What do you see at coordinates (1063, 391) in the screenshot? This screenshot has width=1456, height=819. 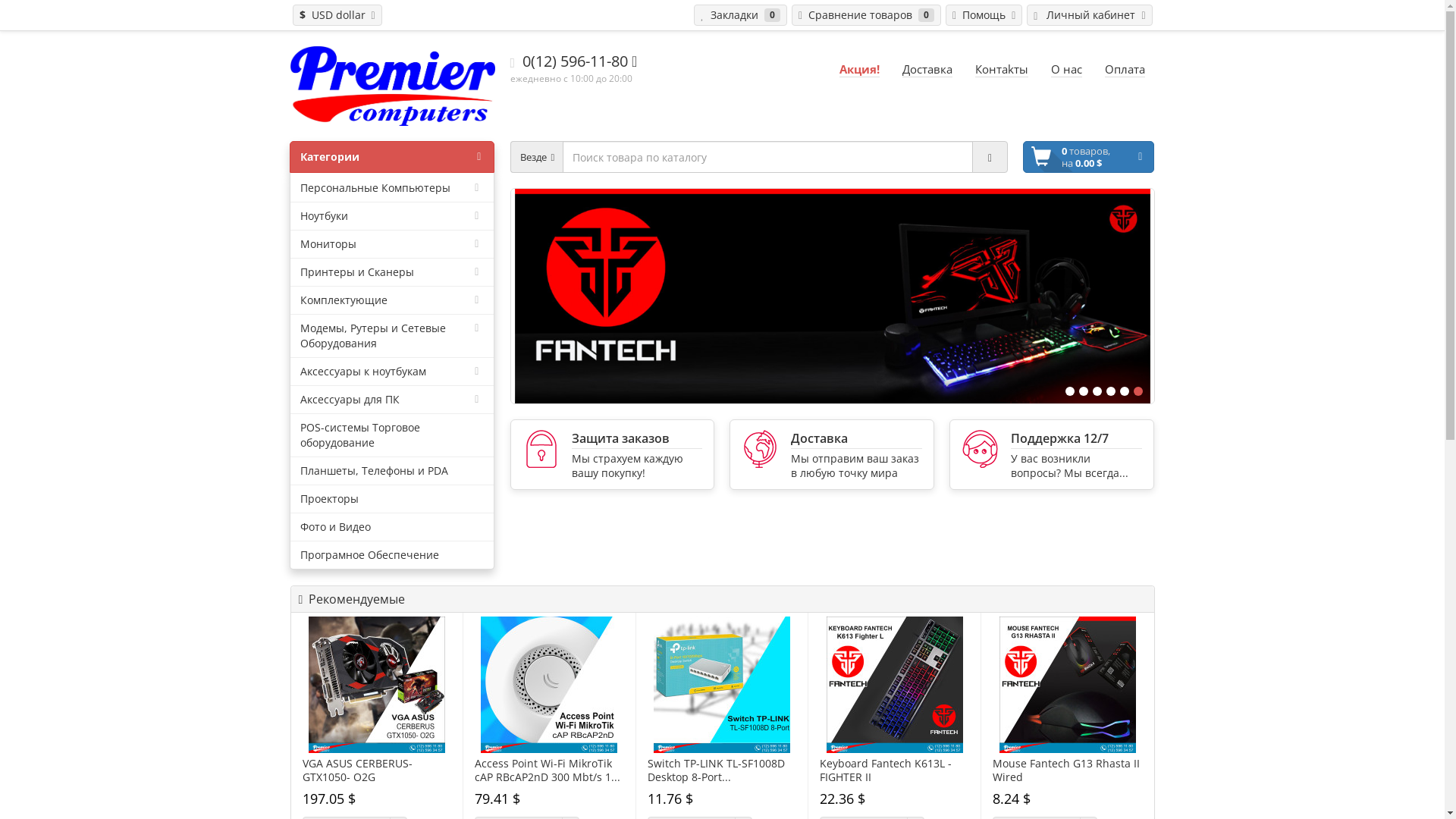 I see `'1'` at bounding box center [1063, 391].